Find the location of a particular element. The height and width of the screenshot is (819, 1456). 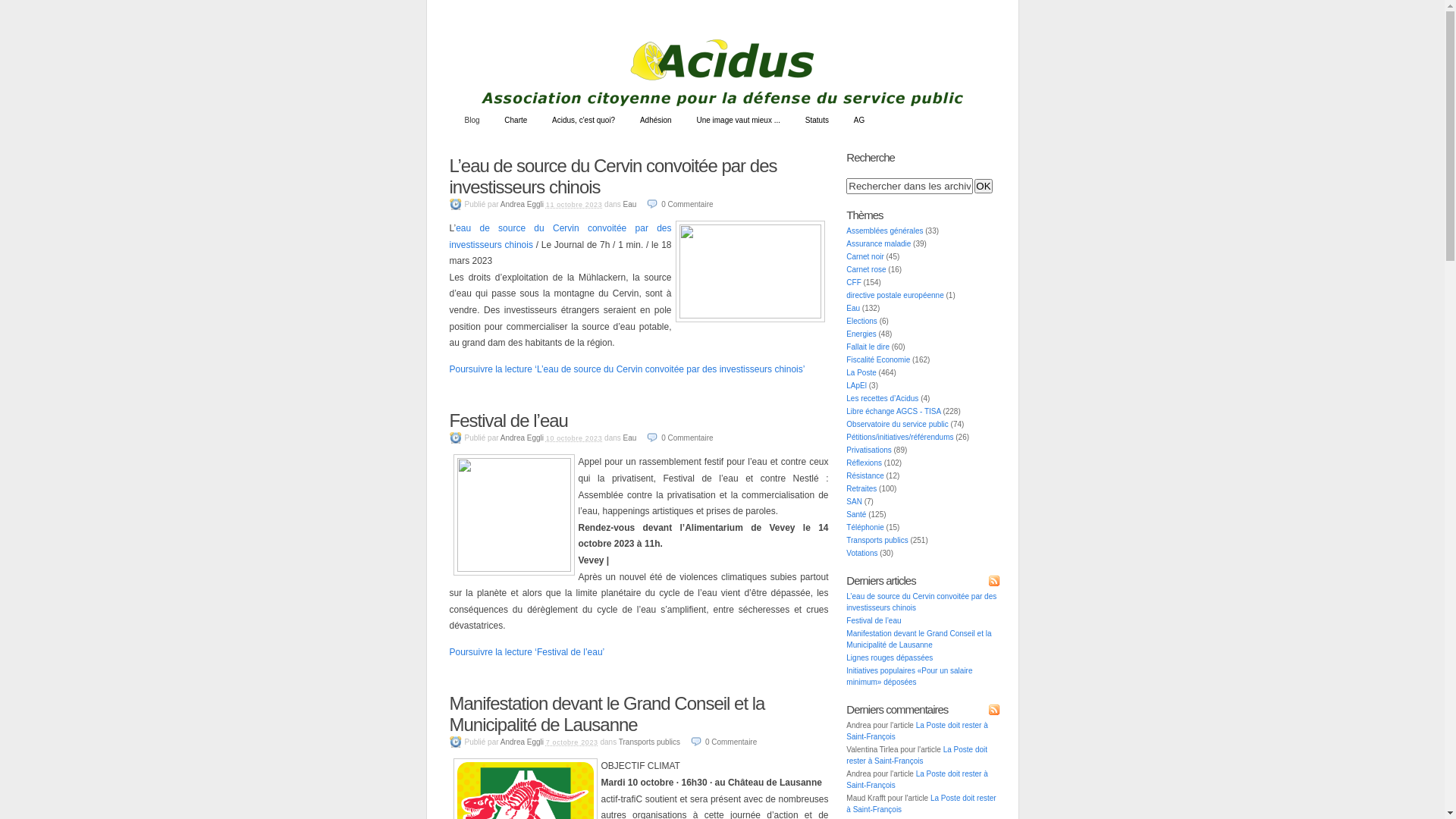

'CFF' is located at coordinates (853, 282).